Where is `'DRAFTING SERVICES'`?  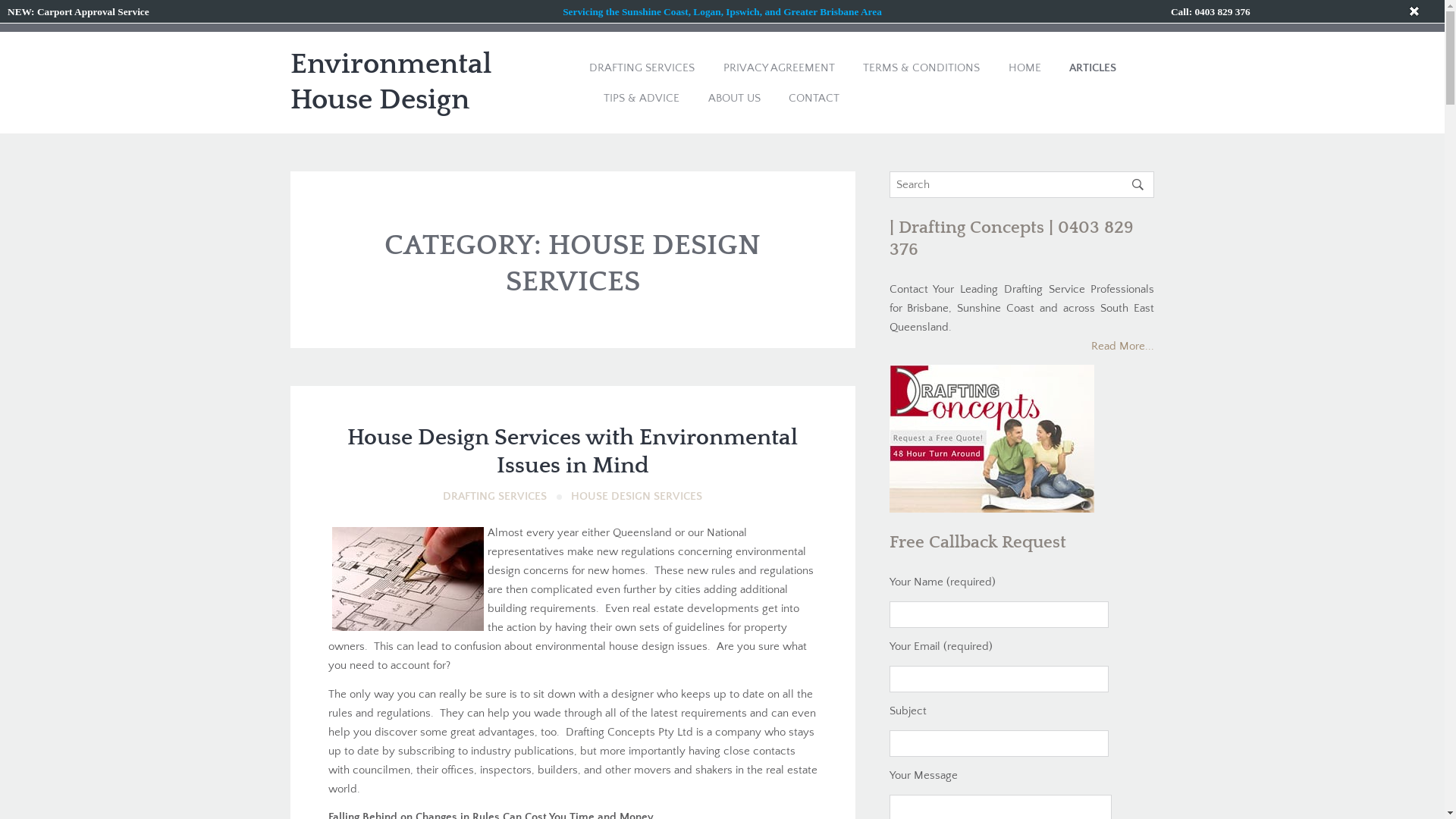
'DRAFTING SERVICES' is located at coordinates (494, 496).